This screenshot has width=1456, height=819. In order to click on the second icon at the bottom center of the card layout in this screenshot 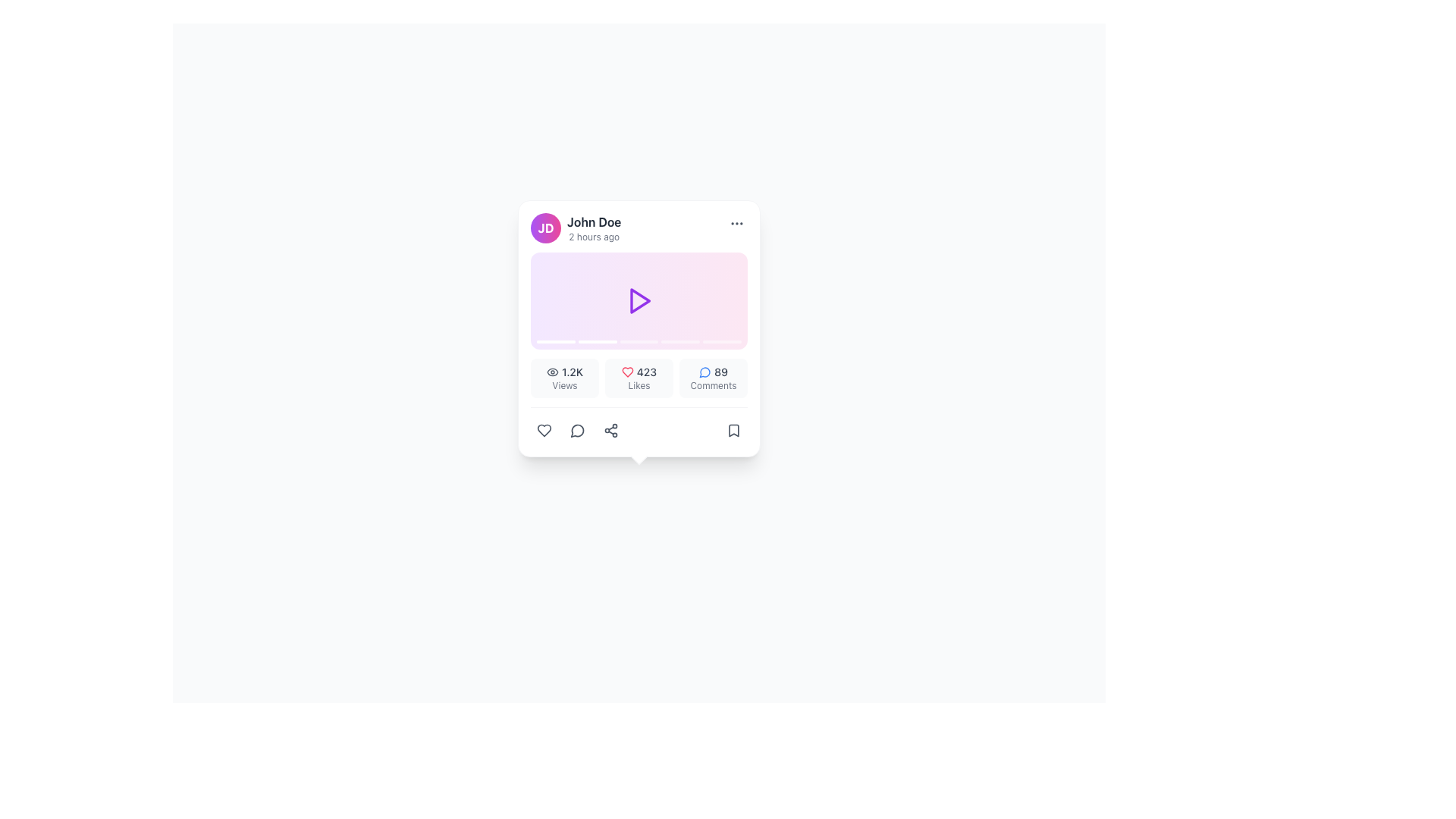, I will do `click(577, 430)`.